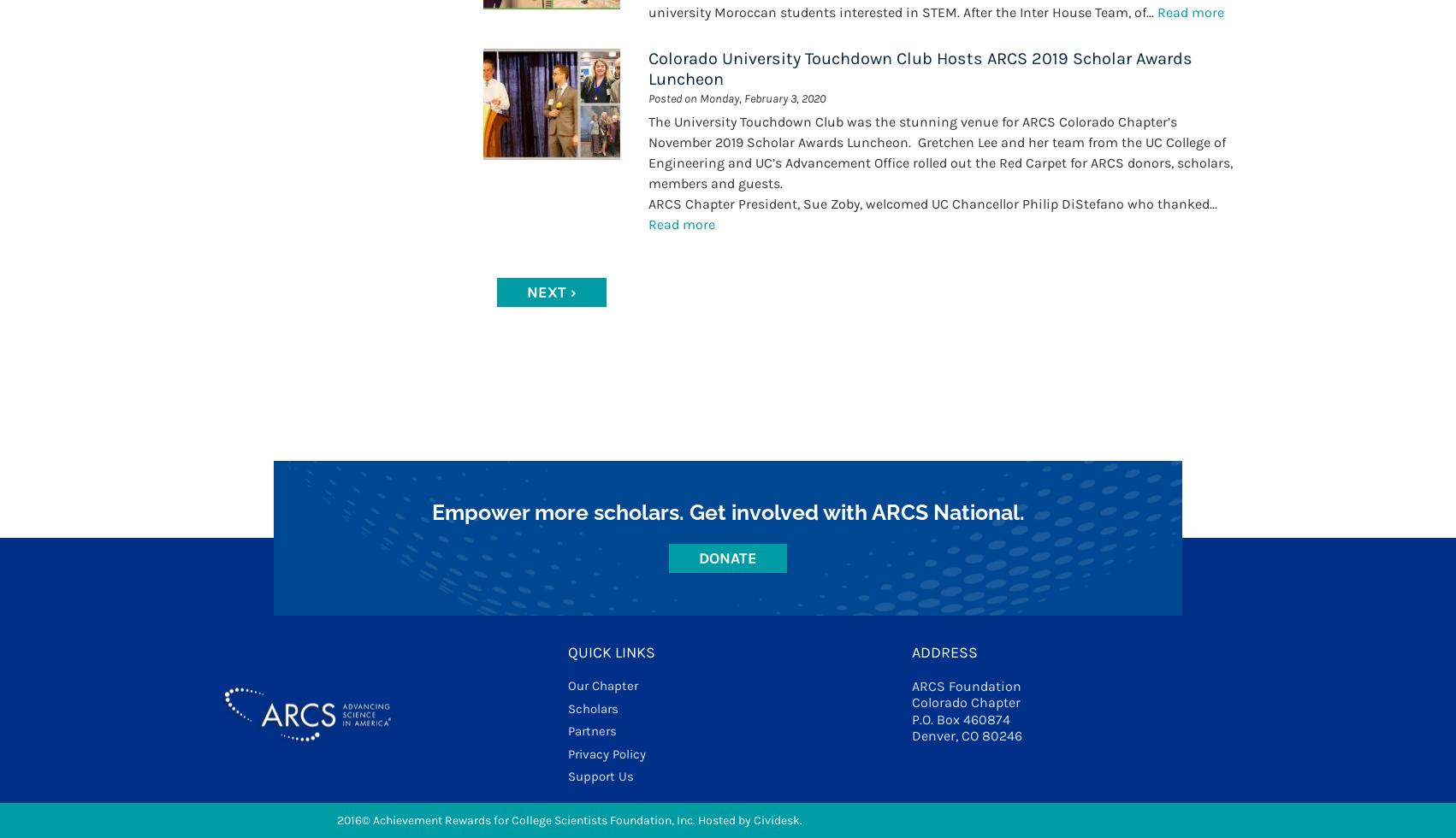  Describe the element at coordinates (910, 652) in the screenshot. I see `'Address'` at that location.